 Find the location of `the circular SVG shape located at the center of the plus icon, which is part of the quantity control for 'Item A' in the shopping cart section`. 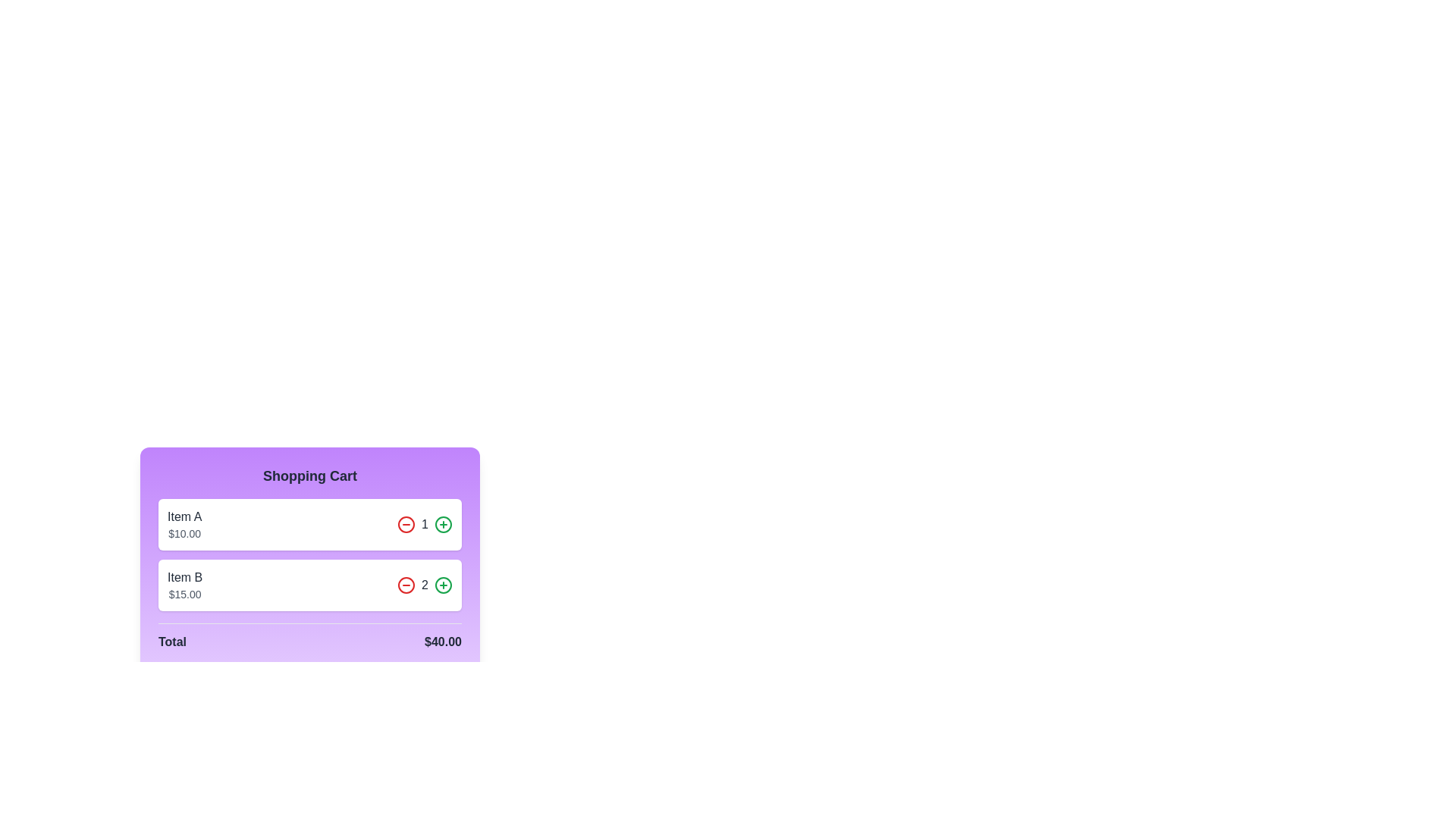

the circular SVG shape located at the center of the plus icon, which is part of the quantity control for 'Item A' in the shopping cart section is located at coordinates (443, 523).